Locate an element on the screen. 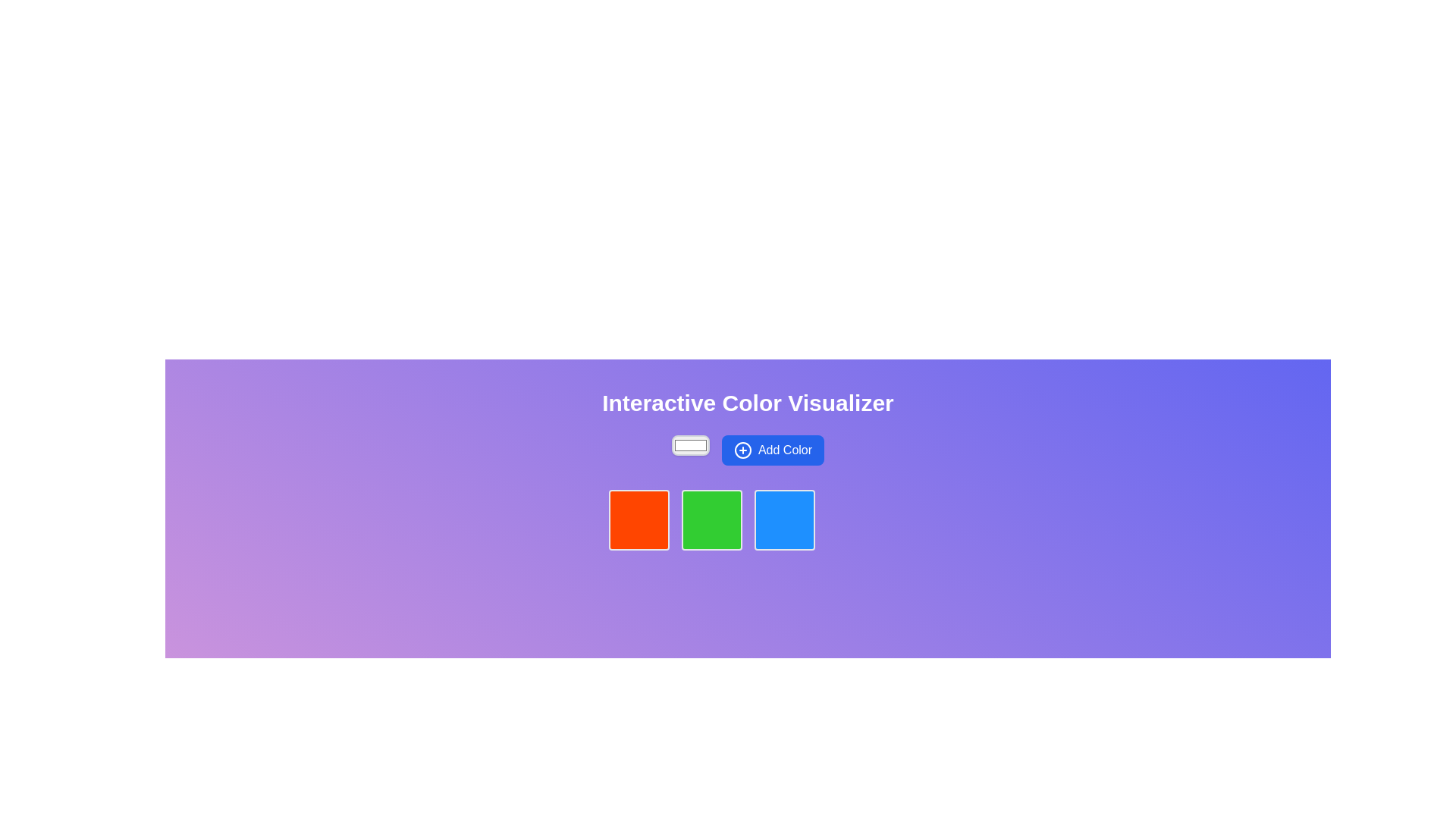 The height and width of the screenshot is (819, 1456). the text label within the button that adds a new color to the visualizer, located on the right side of the central panel is located at coordinates (785, 450).